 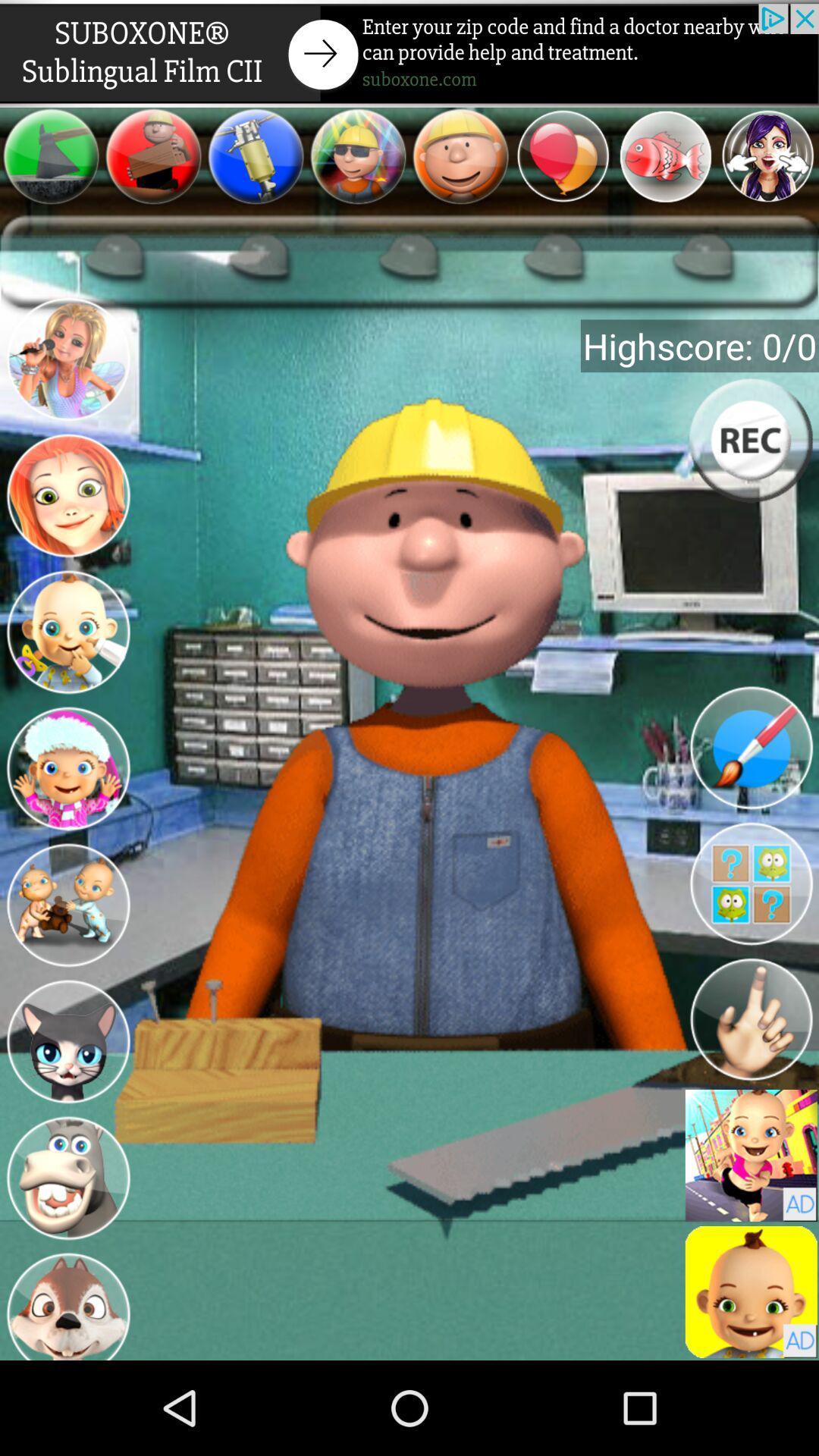 I want to click on the avatar icon, so click(x=767, y=167).